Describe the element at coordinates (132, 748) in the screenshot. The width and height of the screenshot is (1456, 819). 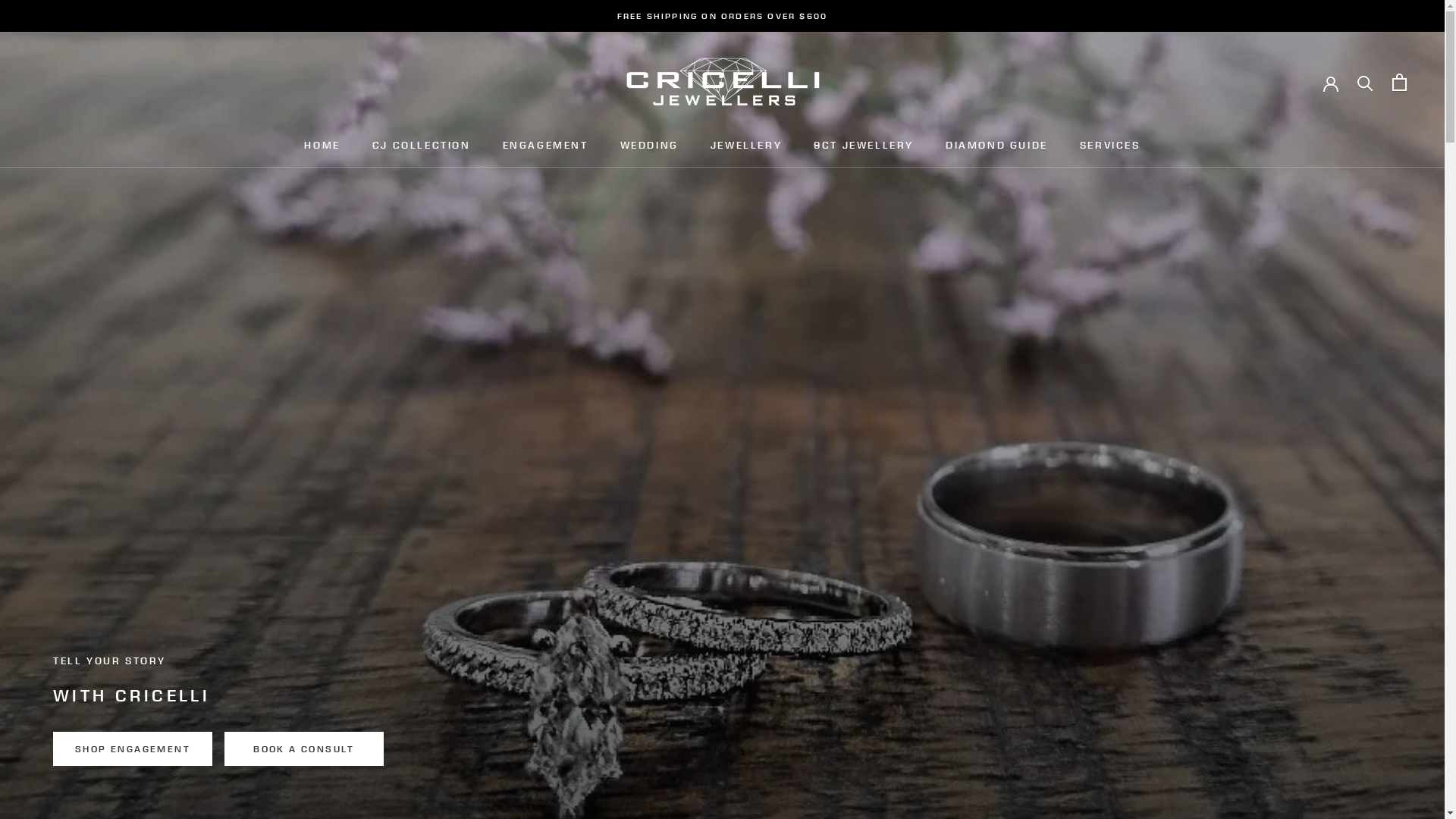
I see `'SHOP ENGAGEMENT'` at that location.